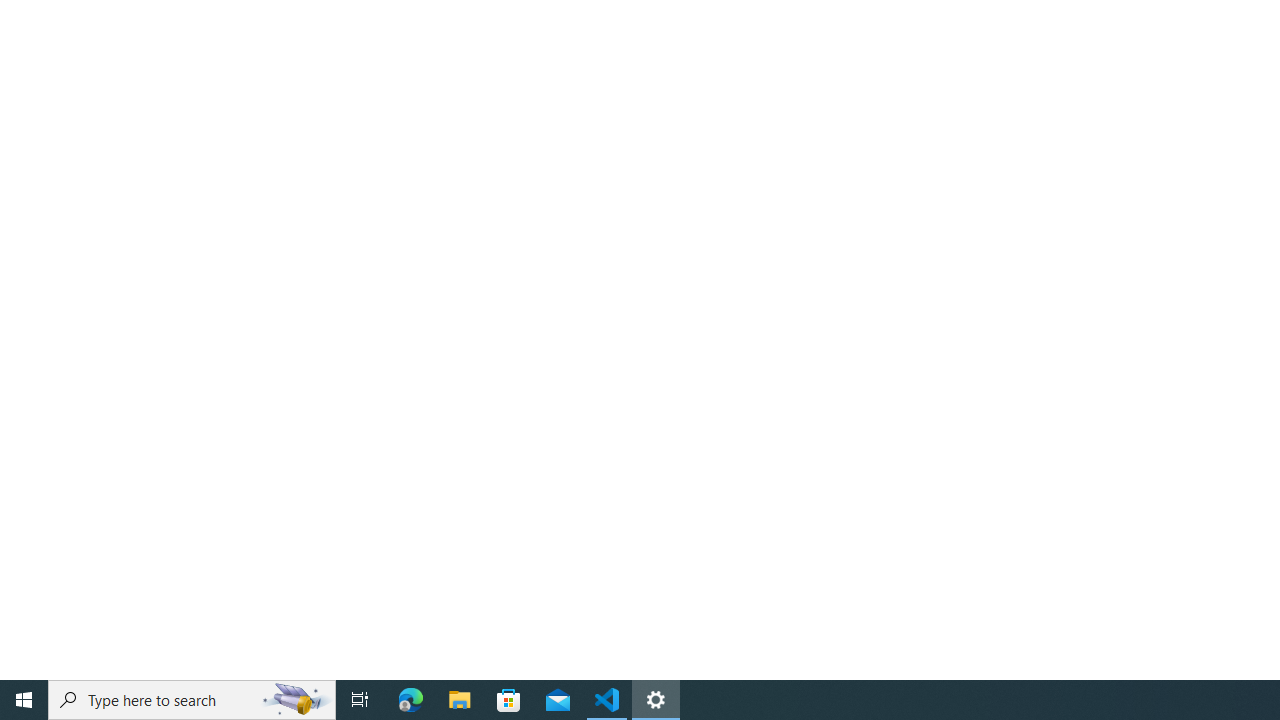 The height and width of the screenshot is (720, 1280). What do you see at coordinates (459, 698) in the screenshot?
I see `'File Explorer'` at bounding box center [459, 698].